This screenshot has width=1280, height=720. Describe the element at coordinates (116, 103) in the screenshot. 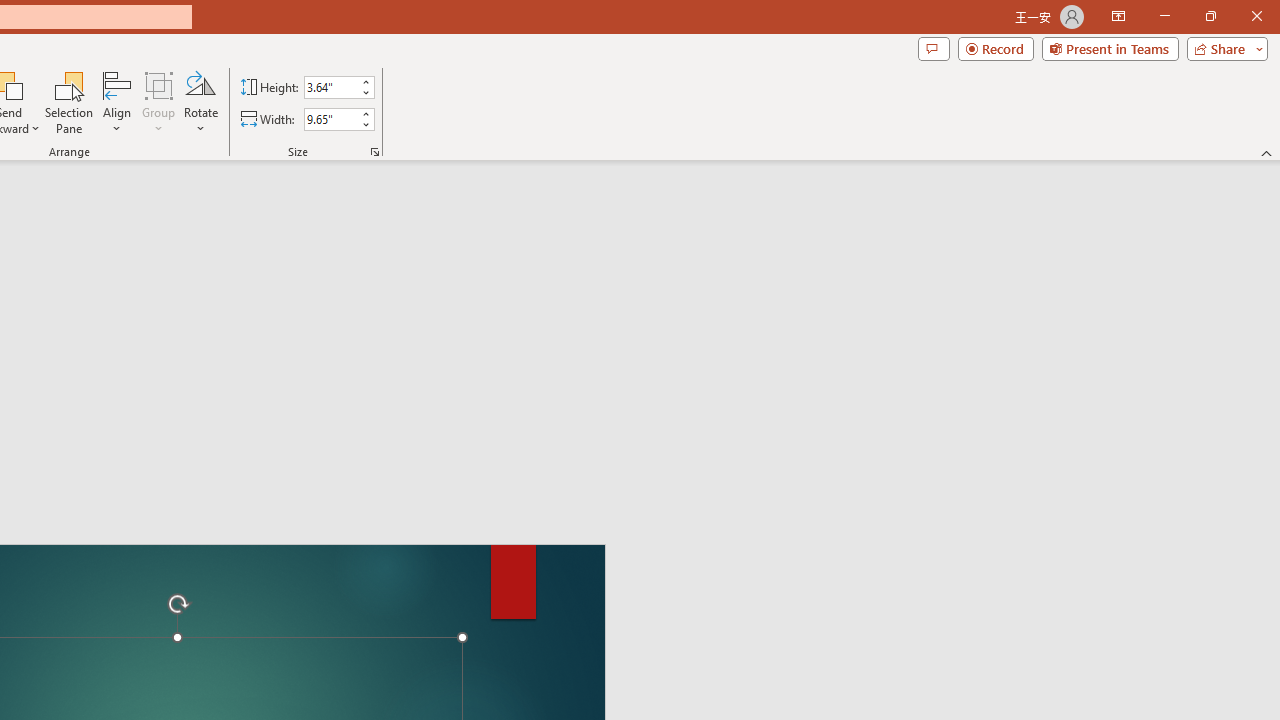

I see `'Align'` at that location.